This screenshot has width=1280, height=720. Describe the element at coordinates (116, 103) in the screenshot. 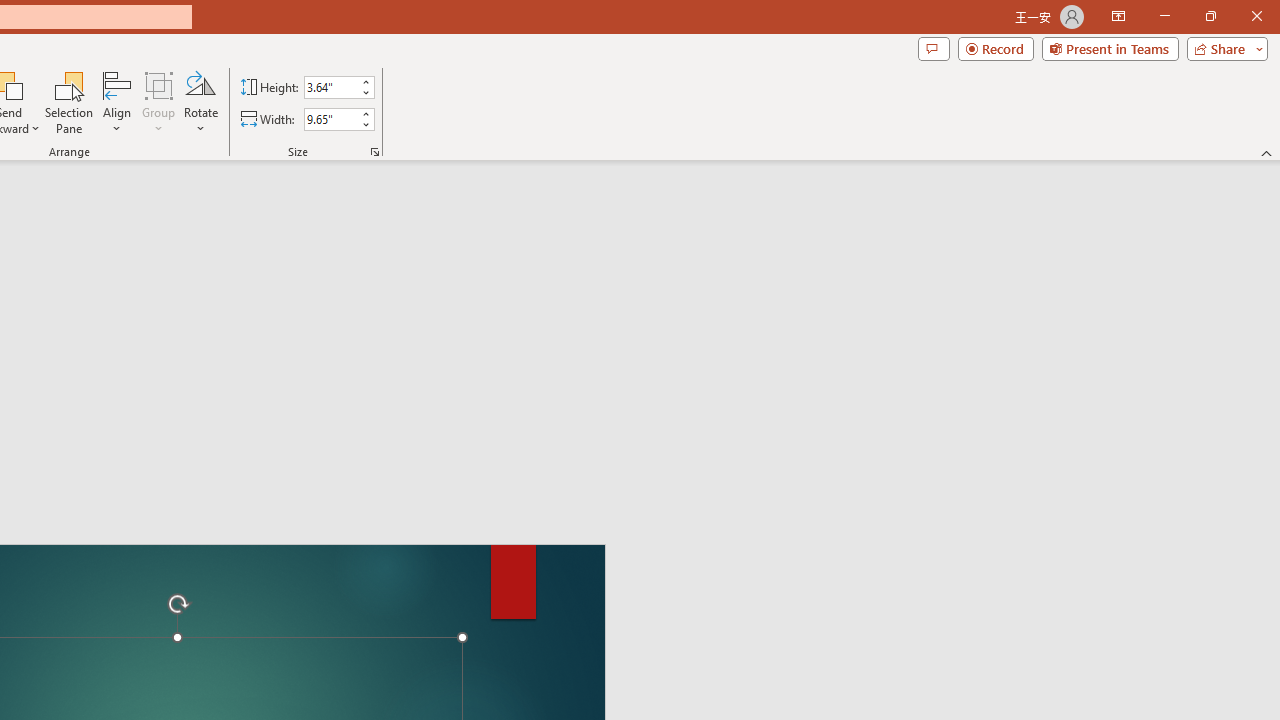

I see `'Align'` at that location.